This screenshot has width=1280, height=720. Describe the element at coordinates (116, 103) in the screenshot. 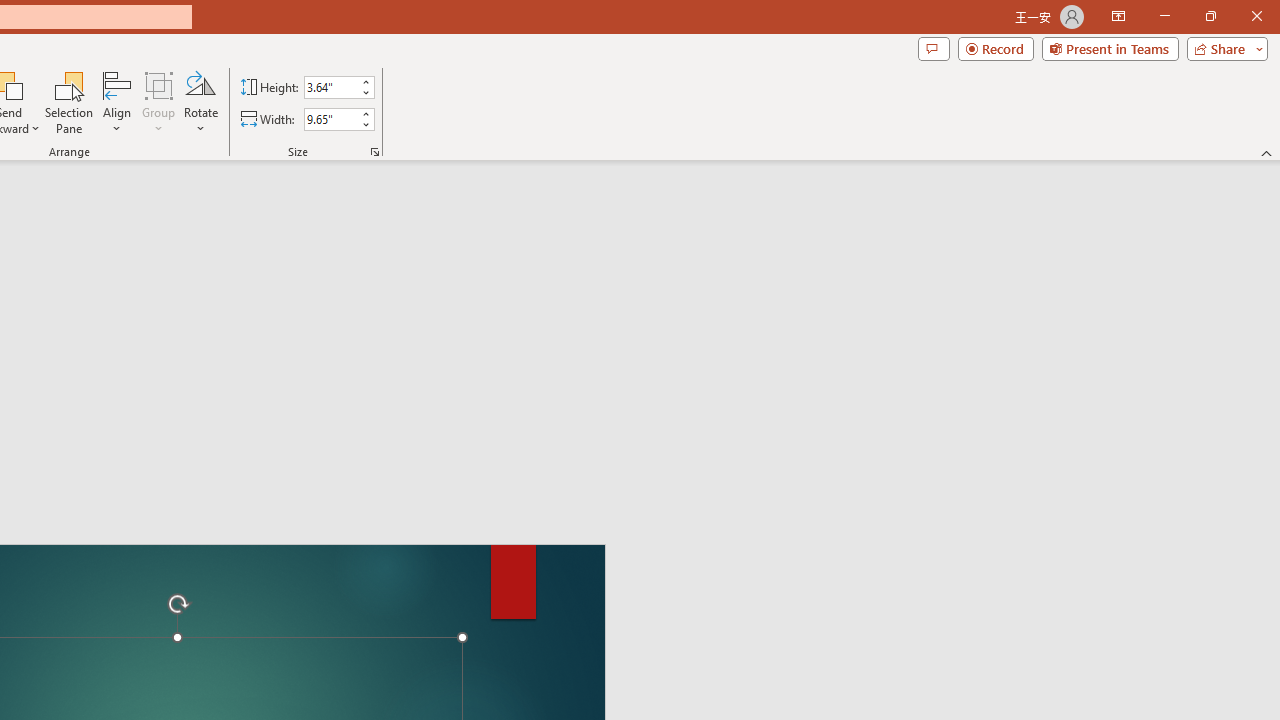

I see `'Align'` at that location.